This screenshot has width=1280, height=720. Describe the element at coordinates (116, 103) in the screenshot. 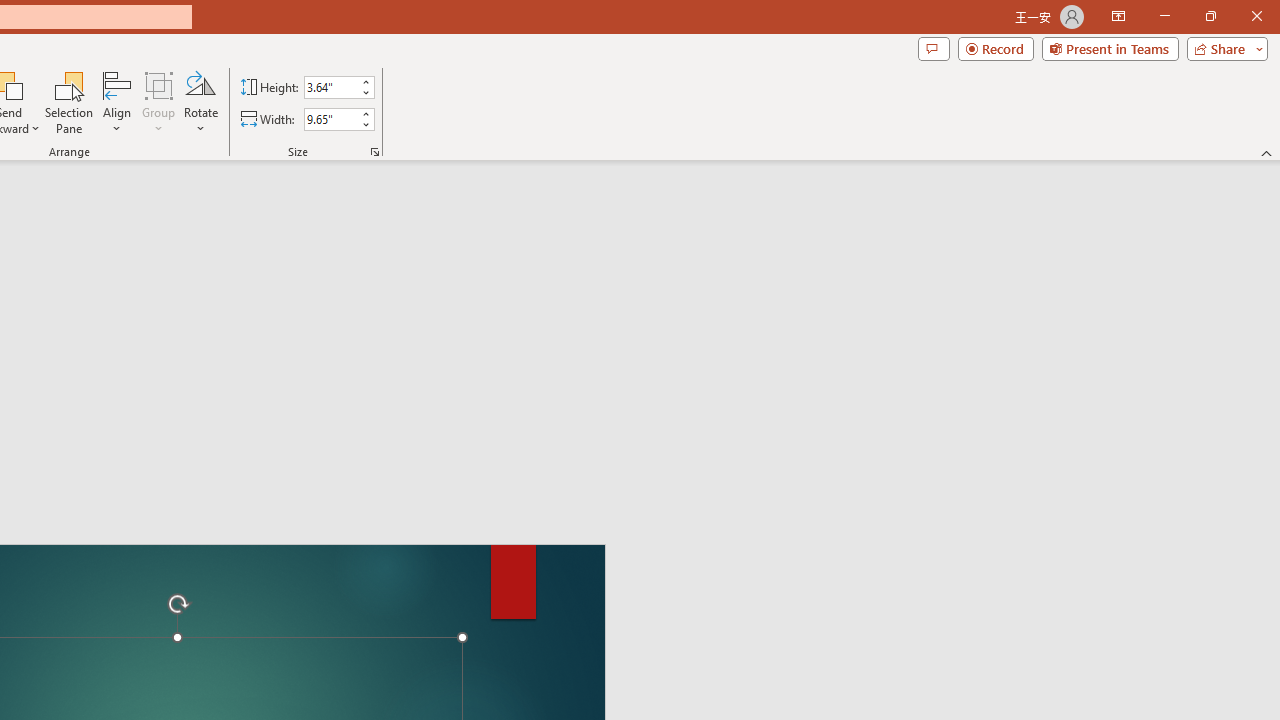

I see `'Align'` at that location.